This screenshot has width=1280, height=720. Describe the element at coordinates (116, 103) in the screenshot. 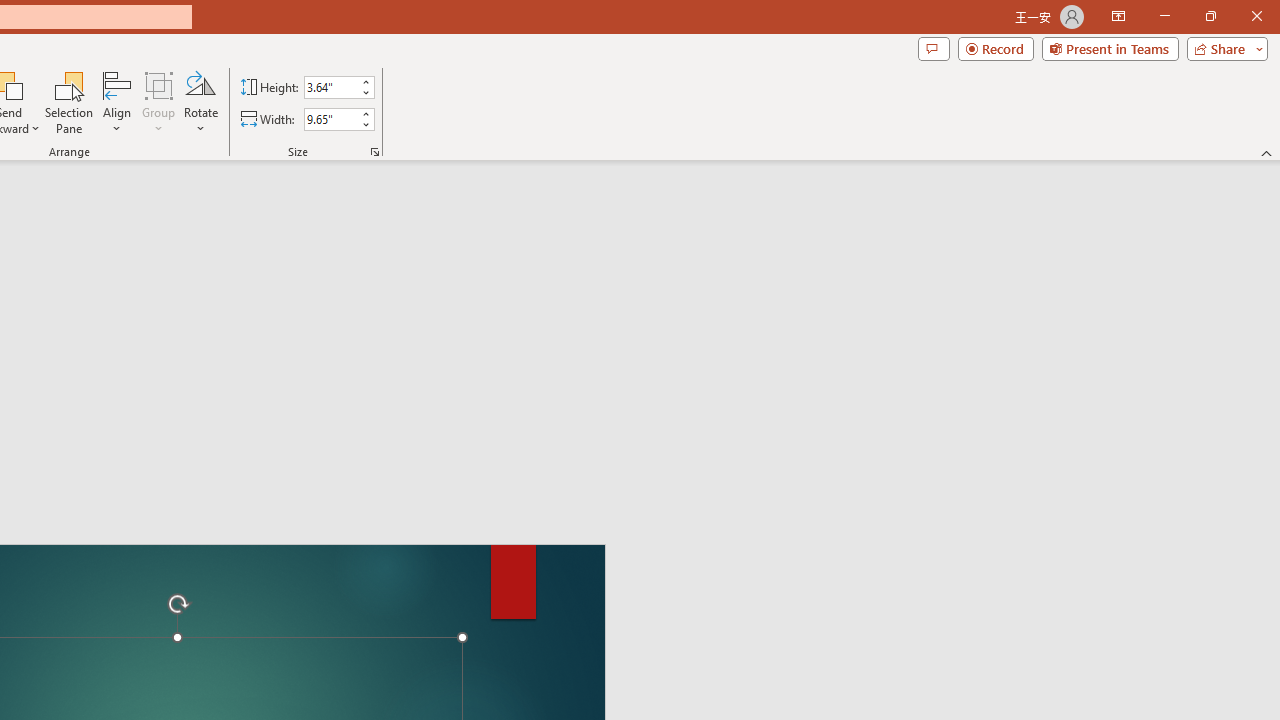

I see `'Align'` at that location.